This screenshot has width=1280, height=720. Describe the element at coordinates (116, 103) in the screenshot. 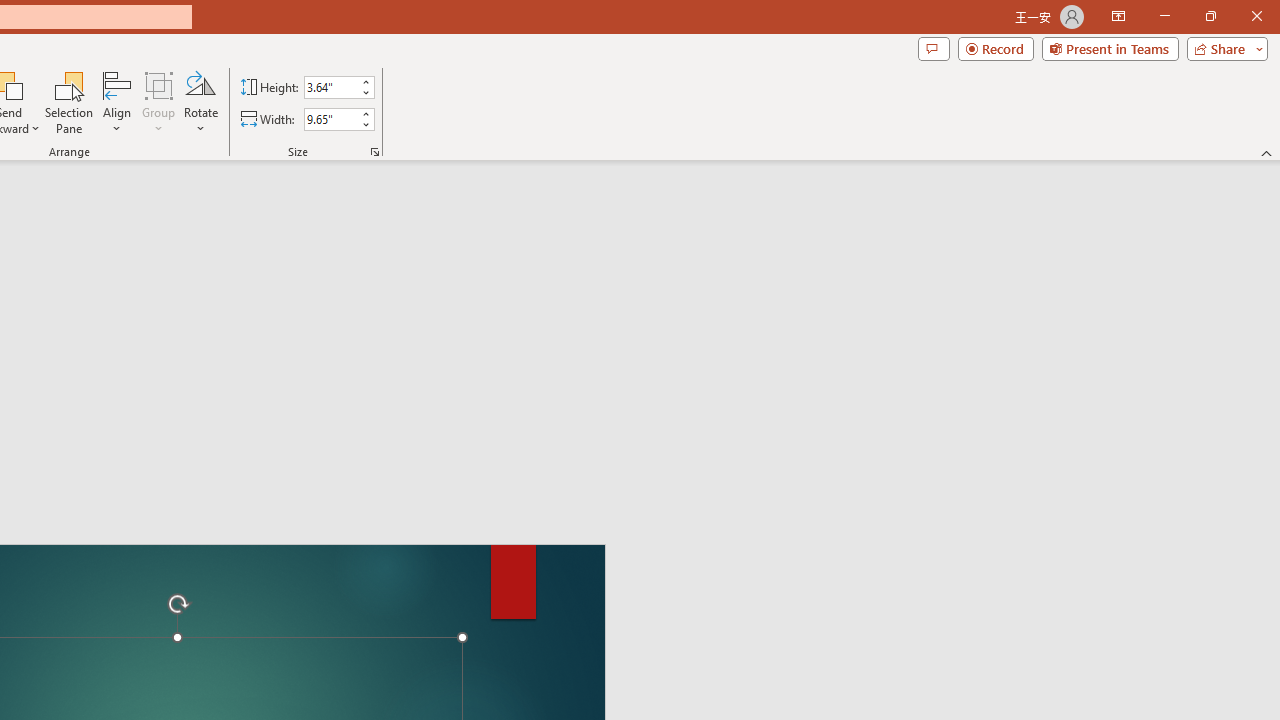

I see `'Align'` at that location.